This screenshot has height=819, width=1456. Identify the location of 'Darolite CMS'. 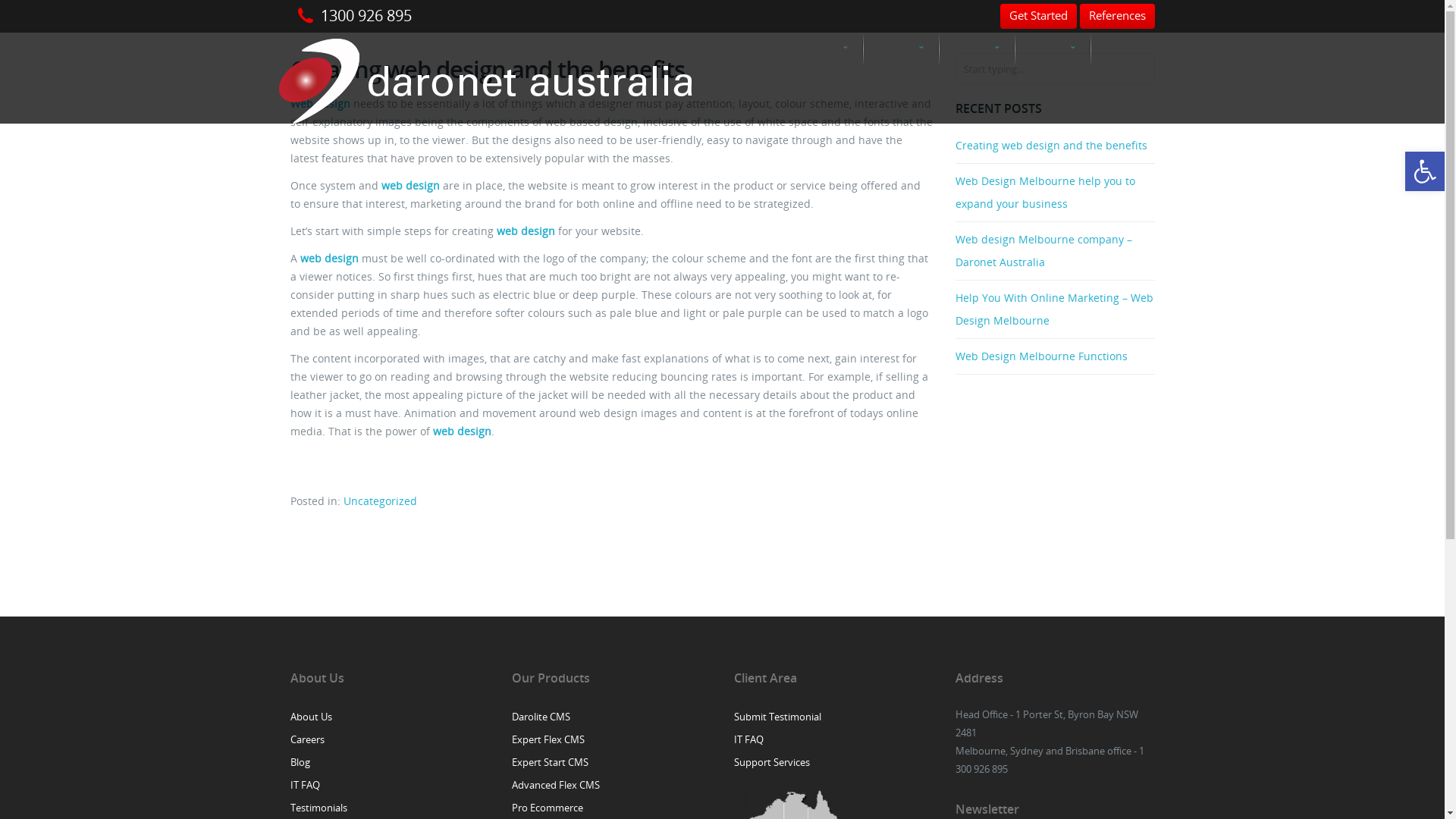
(541, 717).